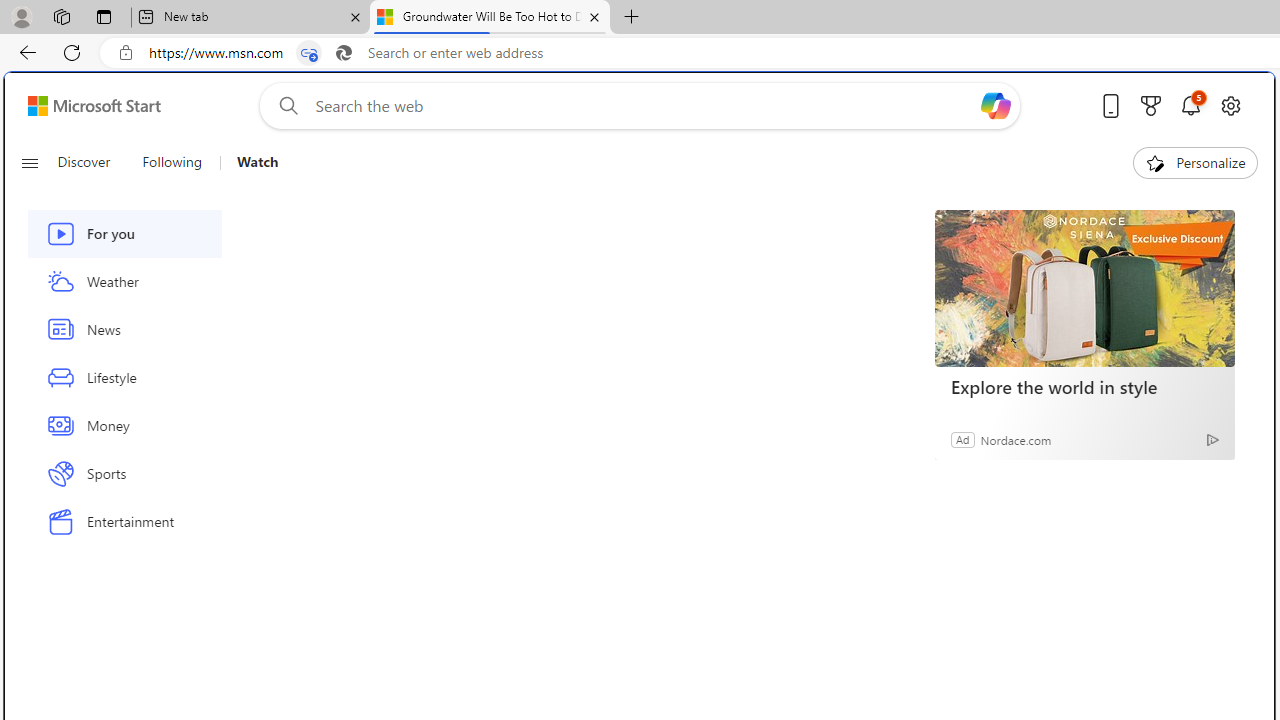 Image resolution: width=1280 pixels, height=720 pixels. What do you see at coordinates (93, 105) in the screenshot?
I see `'Microsoft Start'` at bounding box center [93, 105].